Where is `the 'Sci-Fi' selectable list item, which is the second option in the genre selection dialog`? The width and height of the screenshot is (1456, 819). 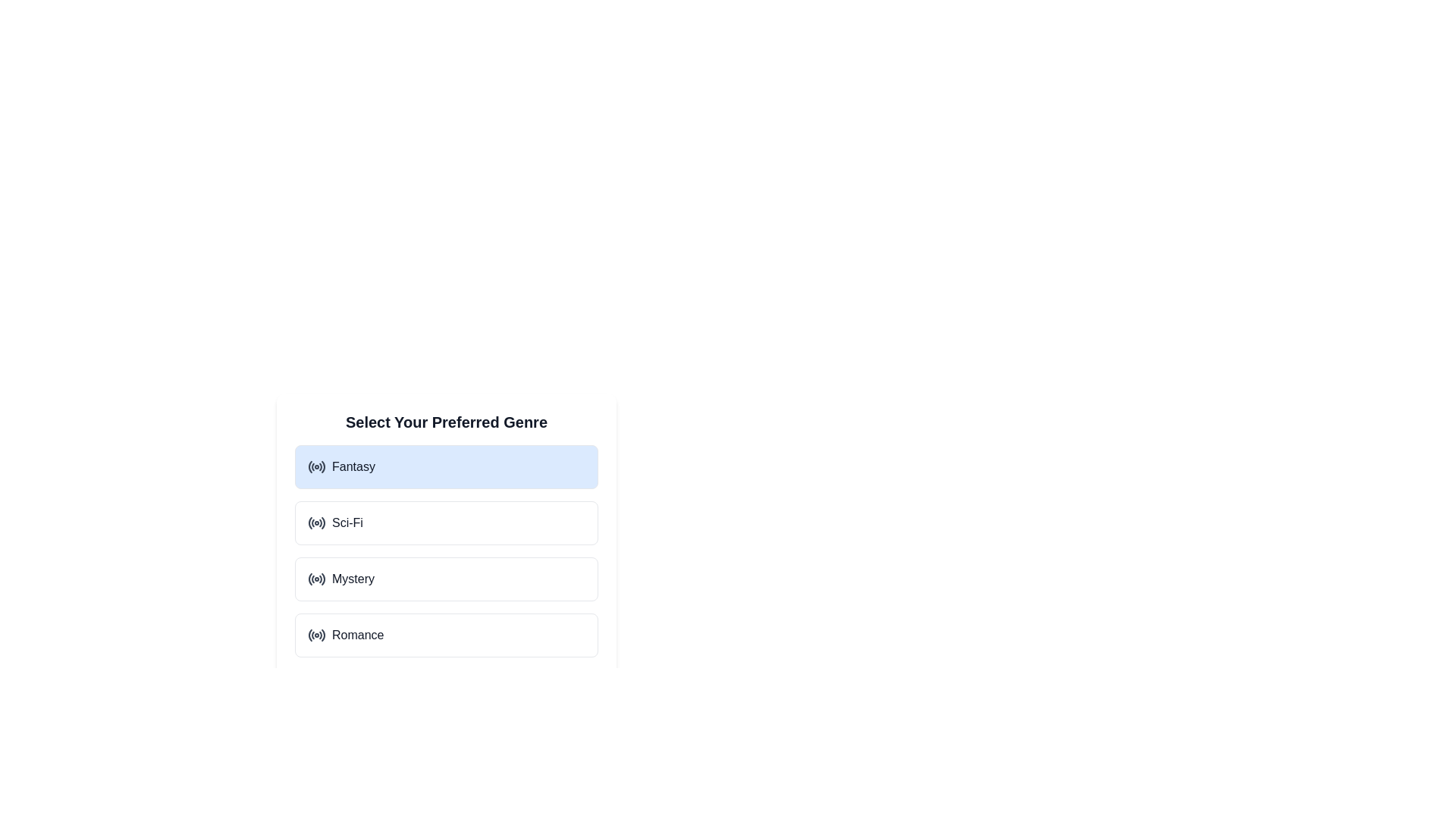
the 'Sci-Fi' selectable list item, which is the second option in the genre selection dialog is located at coordinates (446, 520).